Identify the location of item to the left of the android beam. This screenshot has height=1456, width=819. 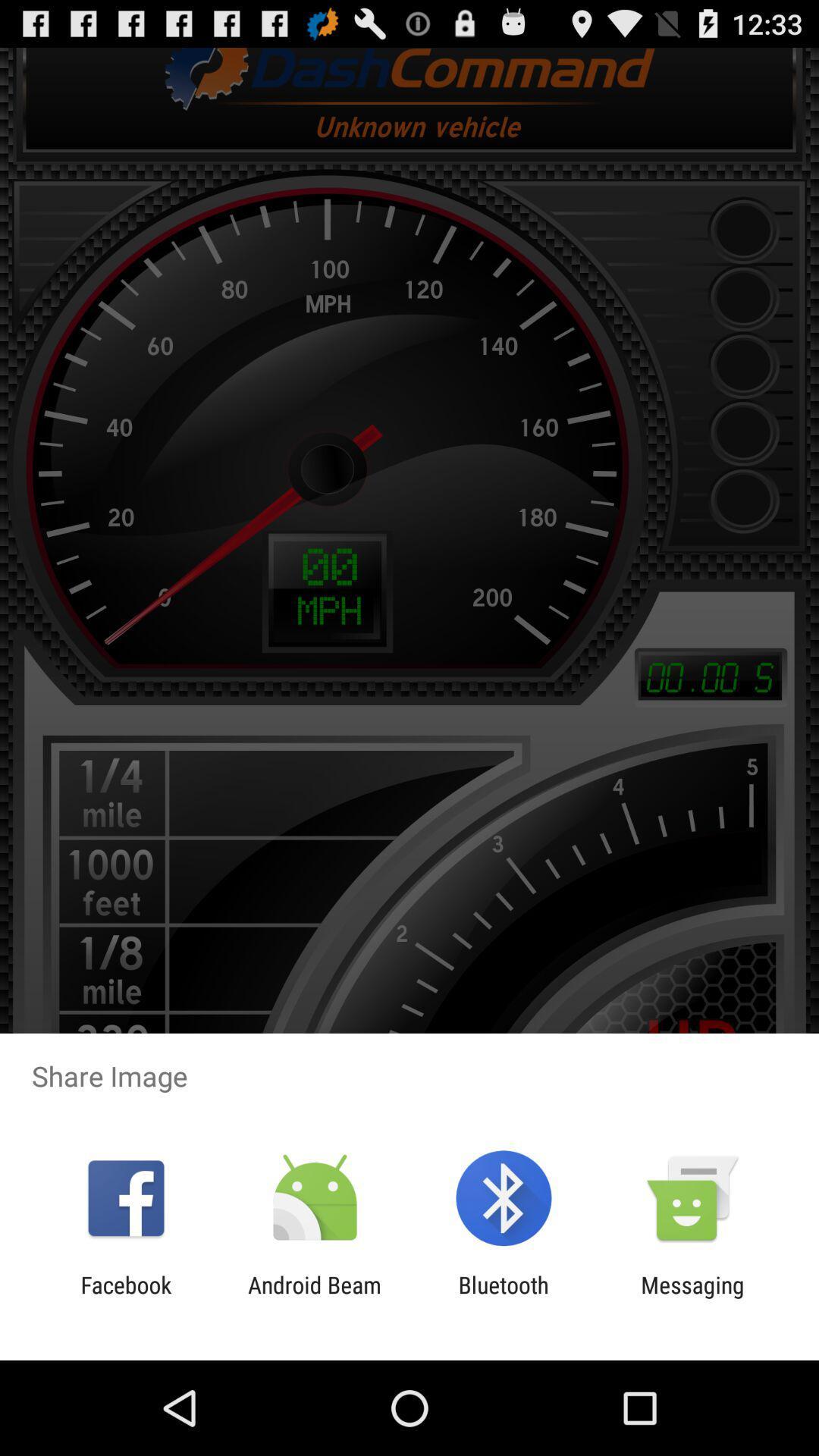
(125, 1298).